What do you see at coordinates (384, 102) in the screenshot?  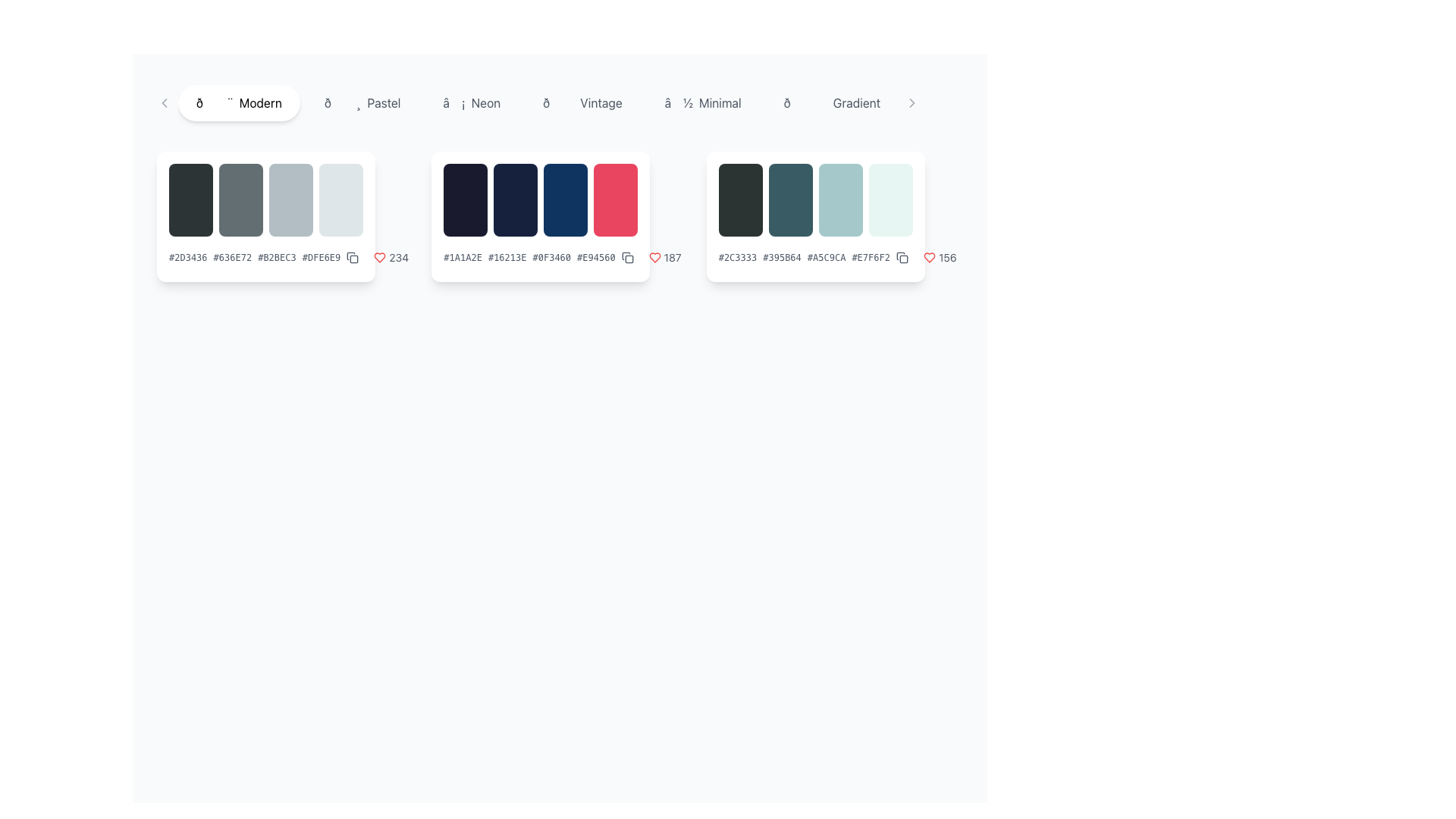 I see `the 'Pastel' text label in the horizontal navigation menu, which is styled in dark gray and located towards the middle-right of the menu` at bounding box center [384, 102].